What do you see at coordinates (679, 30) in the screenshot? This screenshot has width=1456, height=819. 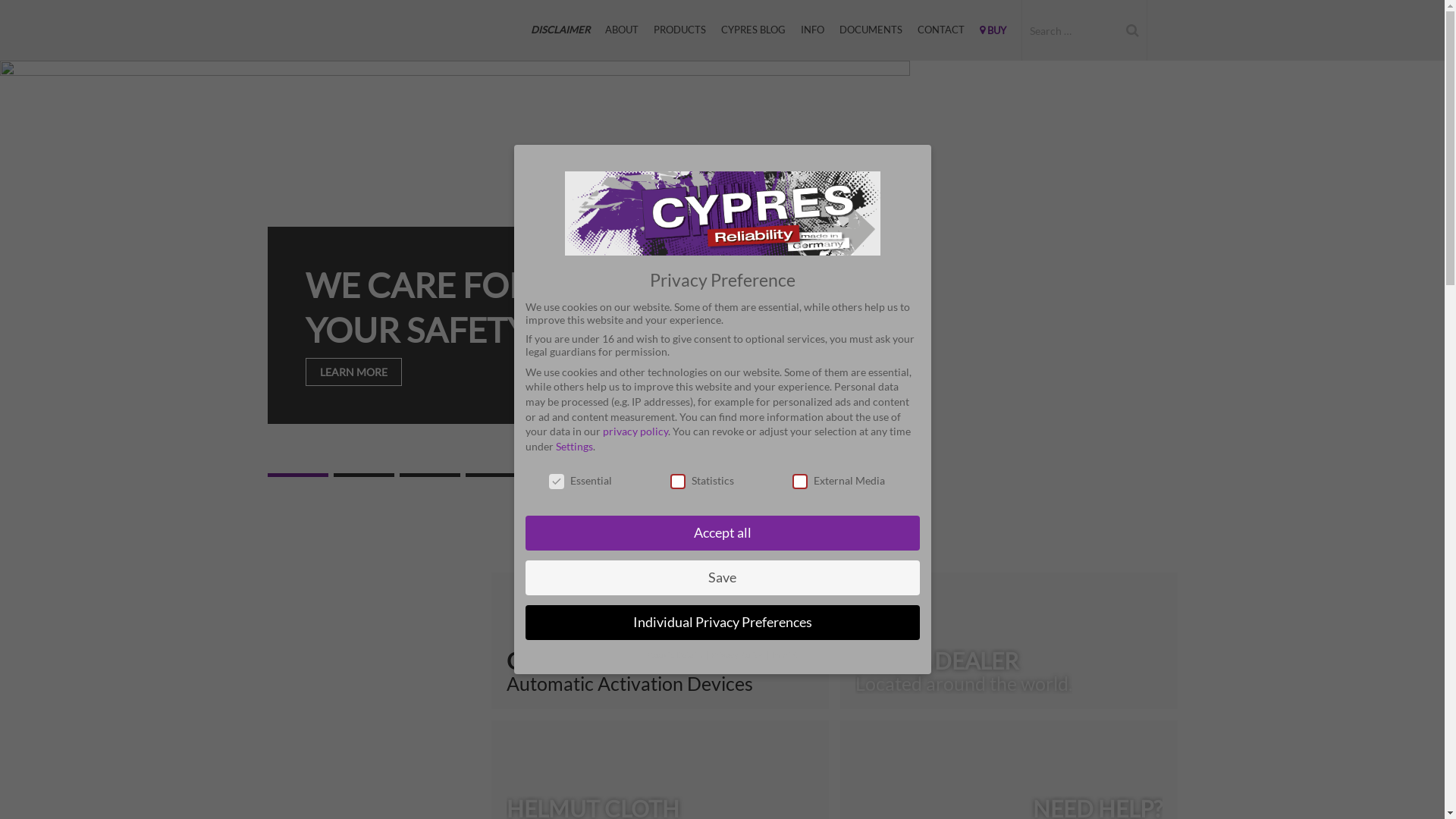 I see `'PRODUCTS'` at bounding box center [679, 30].